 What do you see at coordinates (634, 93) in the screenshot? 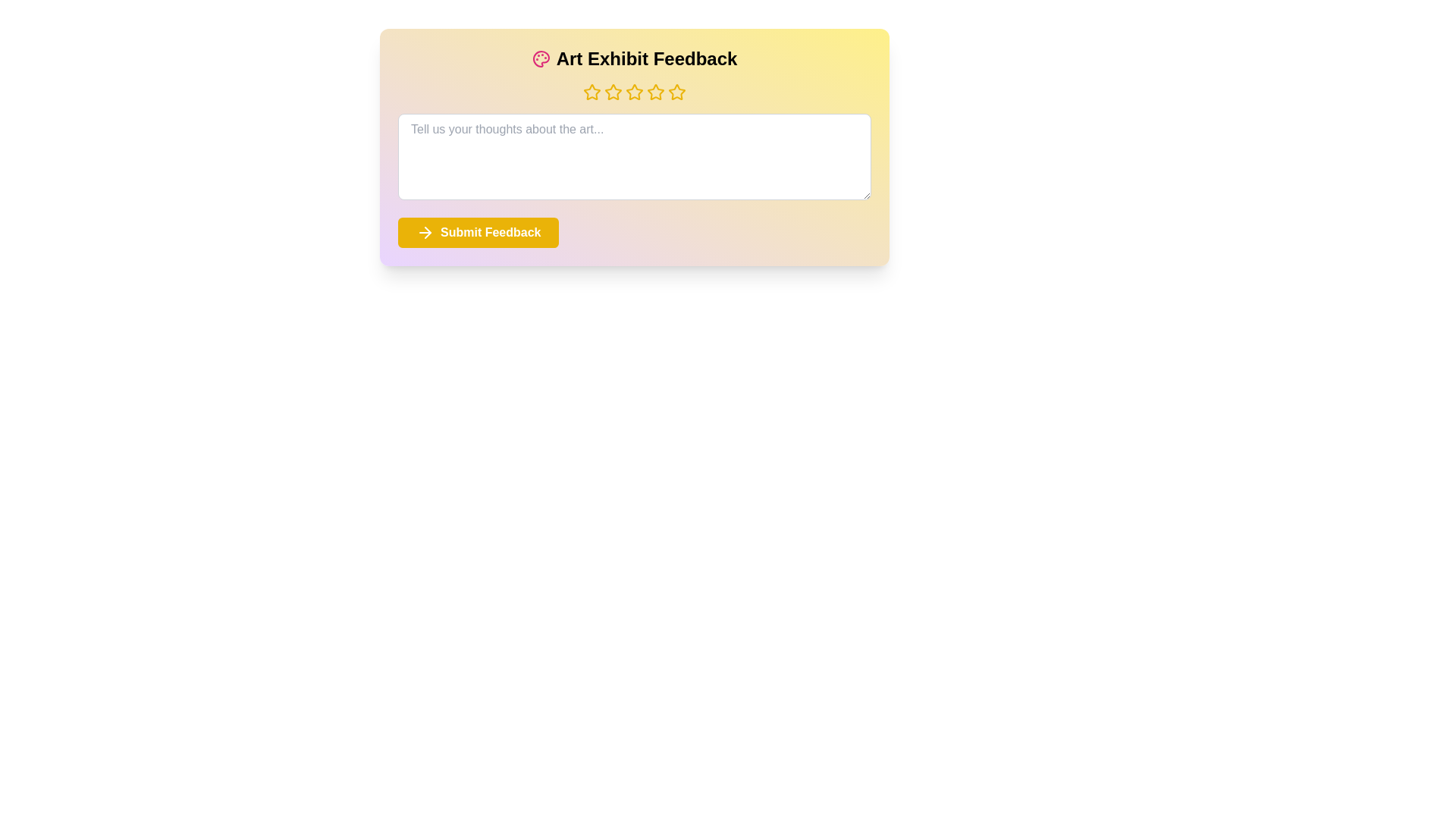
I see `the star rating to 3 stars by clicking on the corresponding star` at bounding box center [634, 93].